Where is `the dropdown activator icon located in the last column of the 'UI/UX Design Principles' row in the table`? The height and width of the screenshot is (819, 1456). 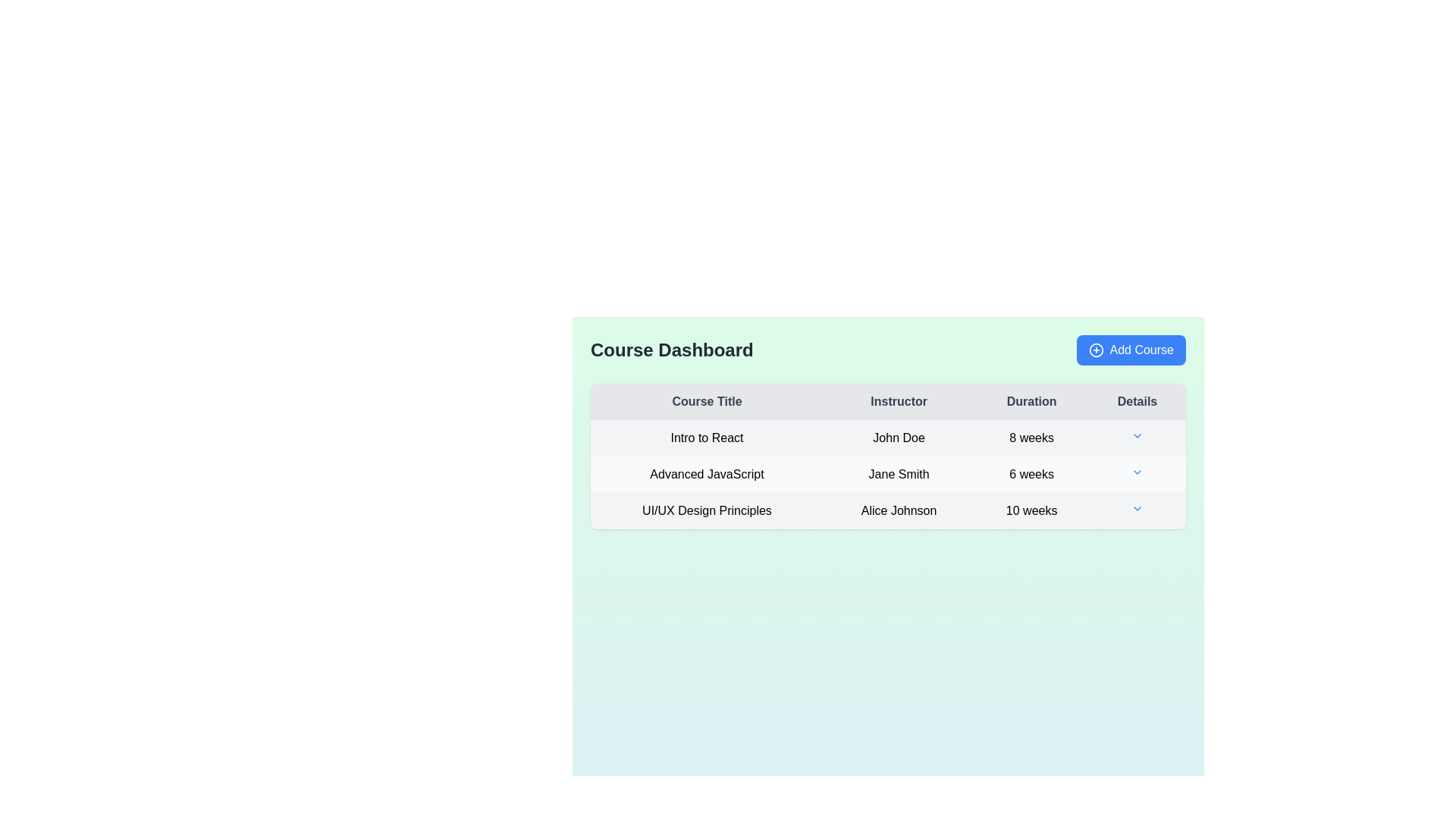
the dropdown activator icon located in the last column of the 'UI/UX Design Principles' row in the table is located at coordinates (1137, 511).